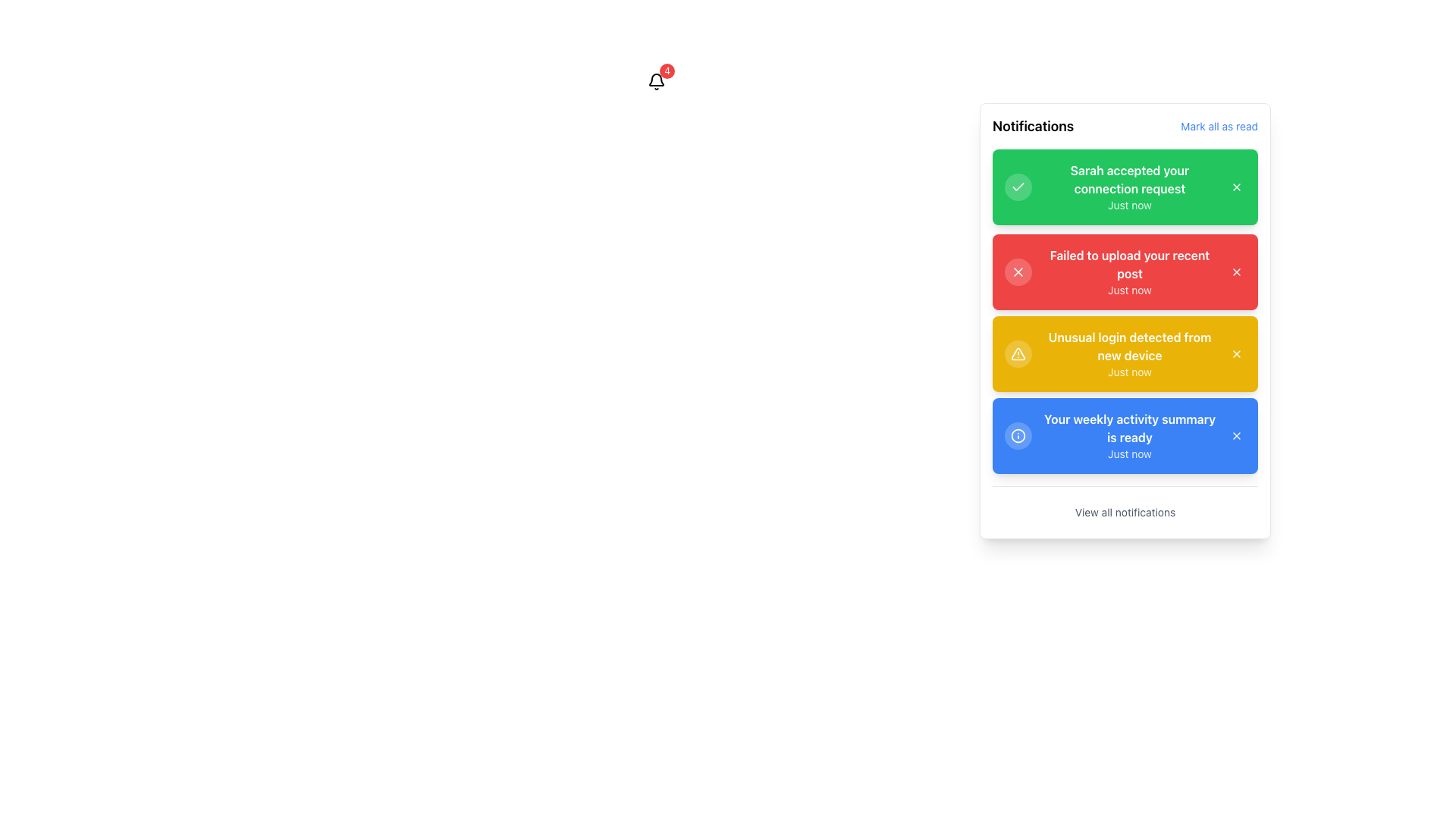  What do you see at coordinates (1129, 372) in the screenshot?
I see `timestamp displayed on the text label located underneath the main message 'Unusual login detected from new device' in the notification section on the yellow card` at bounding box center [1129, 372].